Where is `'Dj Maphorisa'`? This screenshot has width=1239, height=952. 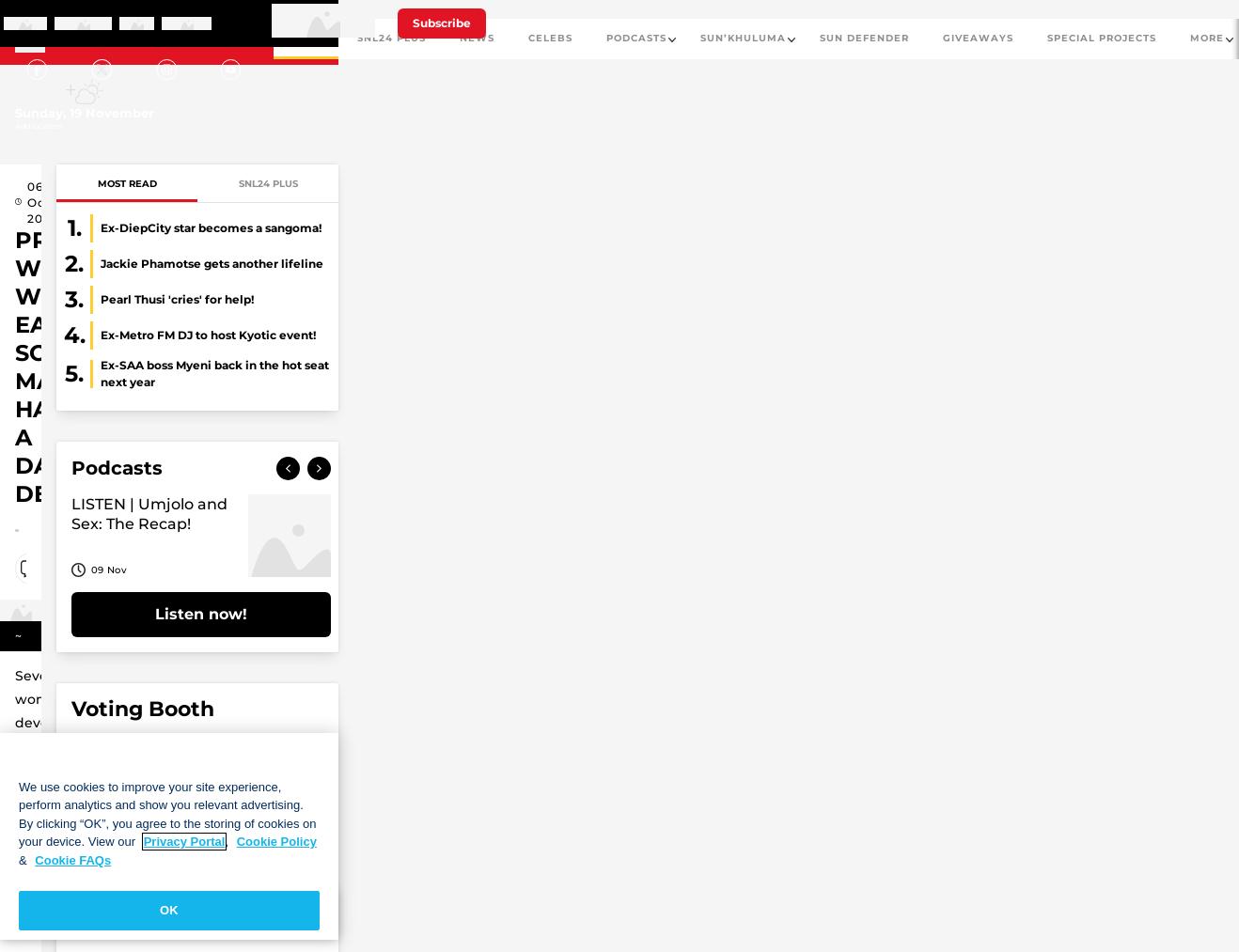 'Dj Maphorisa' is located at coordinates (139, 895).